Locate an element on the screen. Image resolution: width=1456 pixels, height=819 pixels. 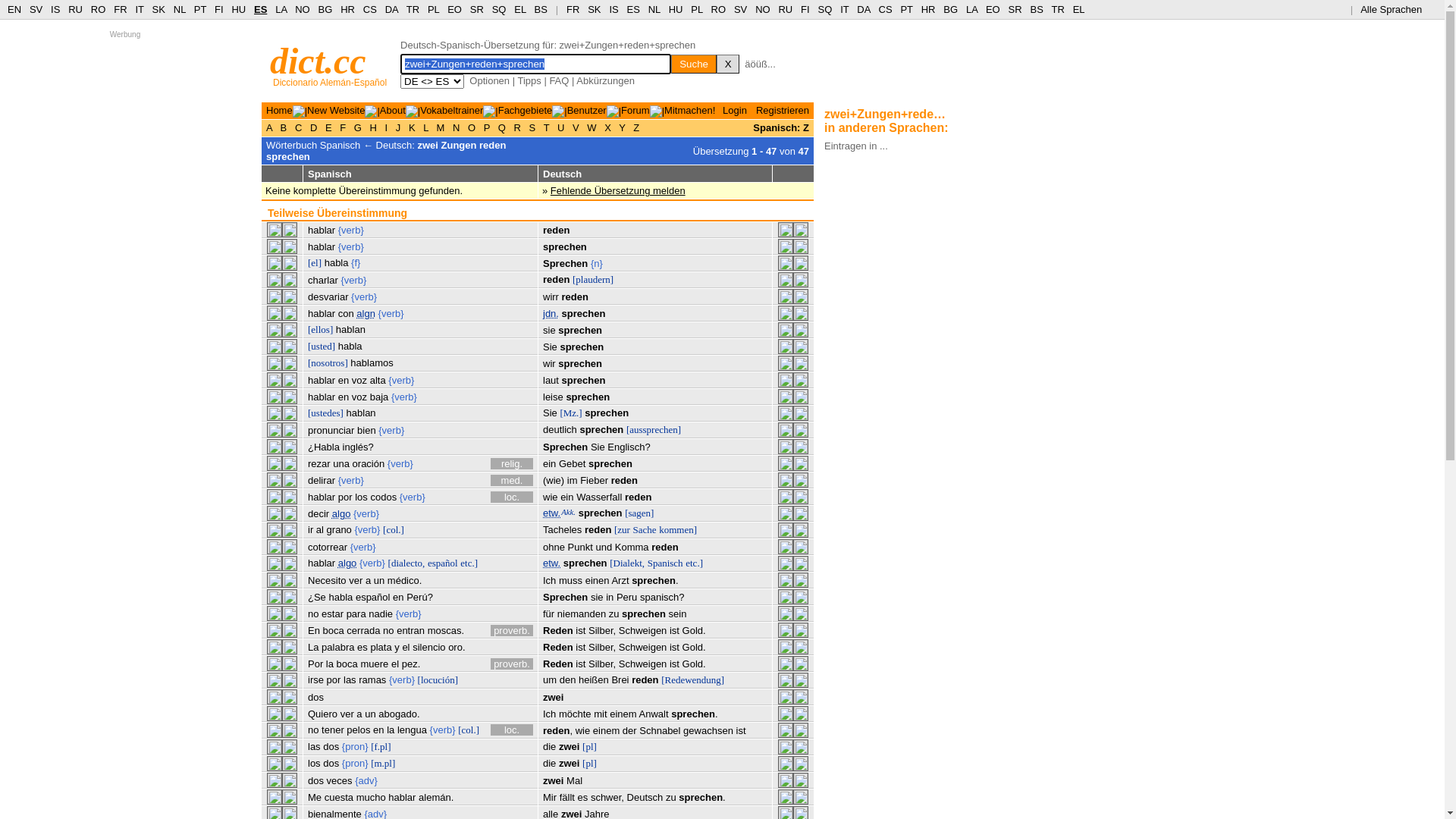
'niemanden' is located at coordinates (556, 613).